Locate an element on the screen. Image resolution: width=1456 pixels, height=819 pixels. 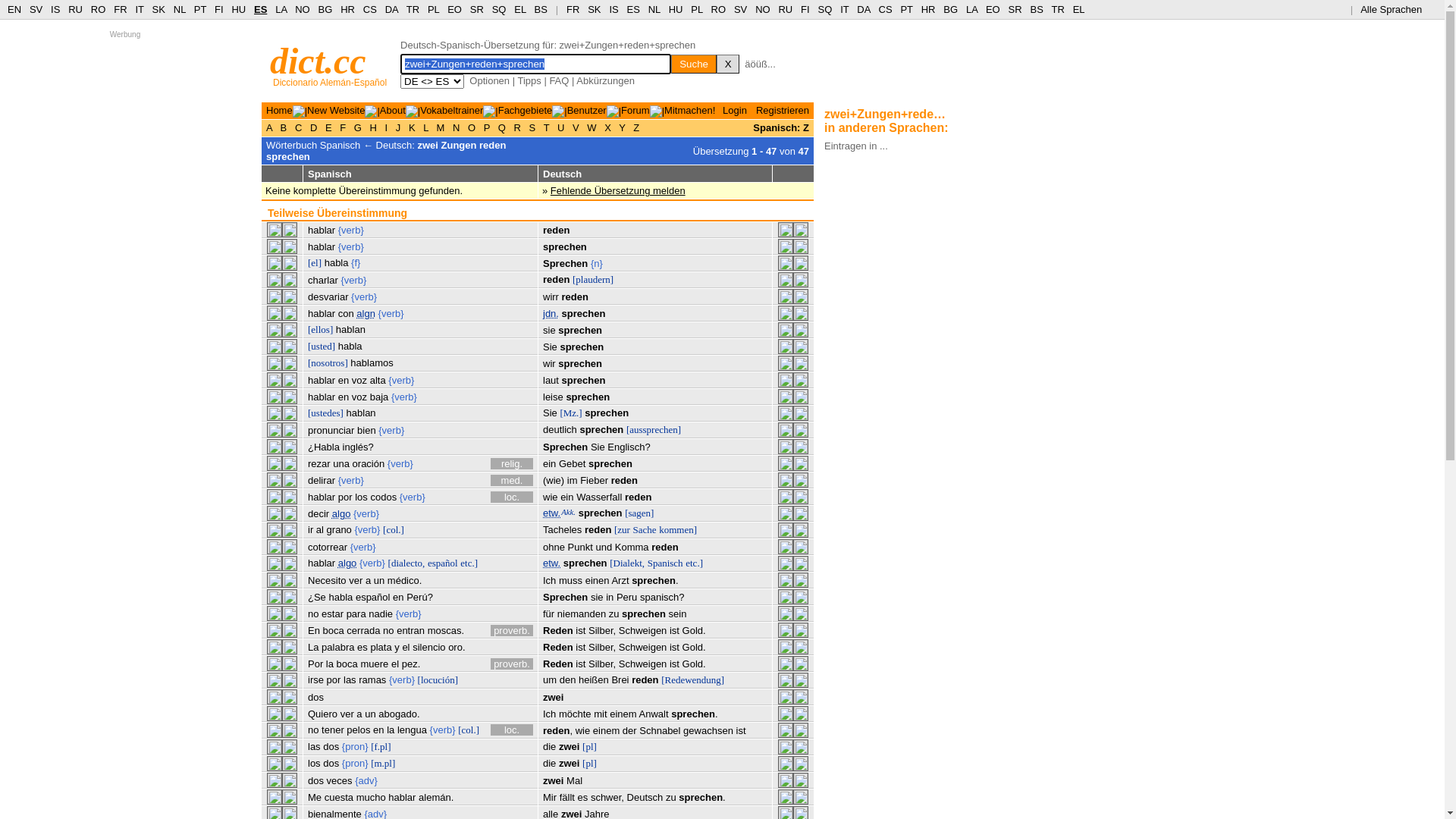
'niemanden' is located at coordinates (556, 613).